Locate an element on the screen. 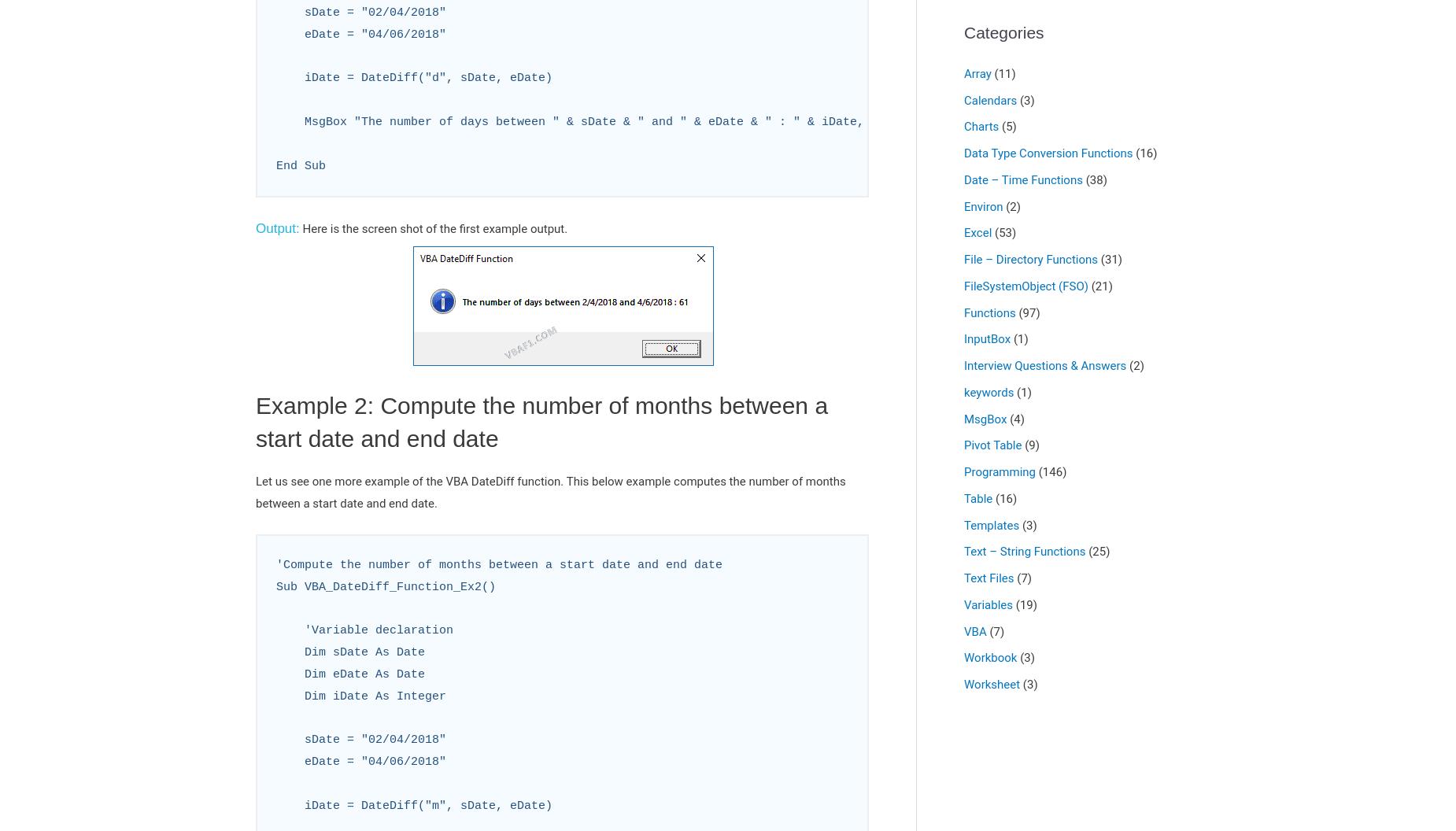 This screenshot has width=1456, height=831. '(146)' is located at coordinates (1050, 471).